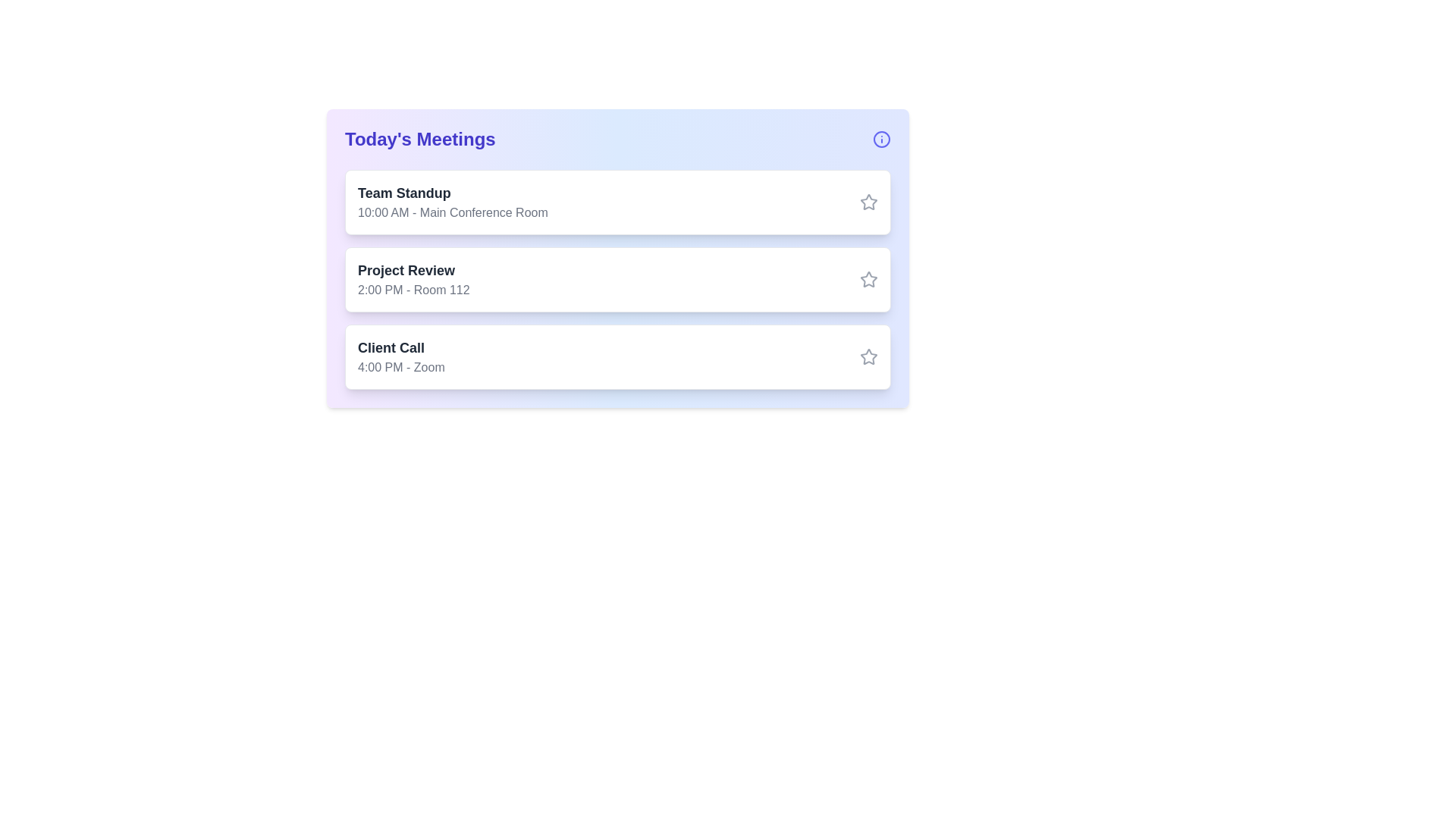 Image resolution: width=1456 pixels, height=819 pixels. Describe the element at coordinates (869, 356) in the screenshot. I see `the third star icon in the 'Client Call' card, located to the far right of the text '4:00 PM - Zoom'` at that location.